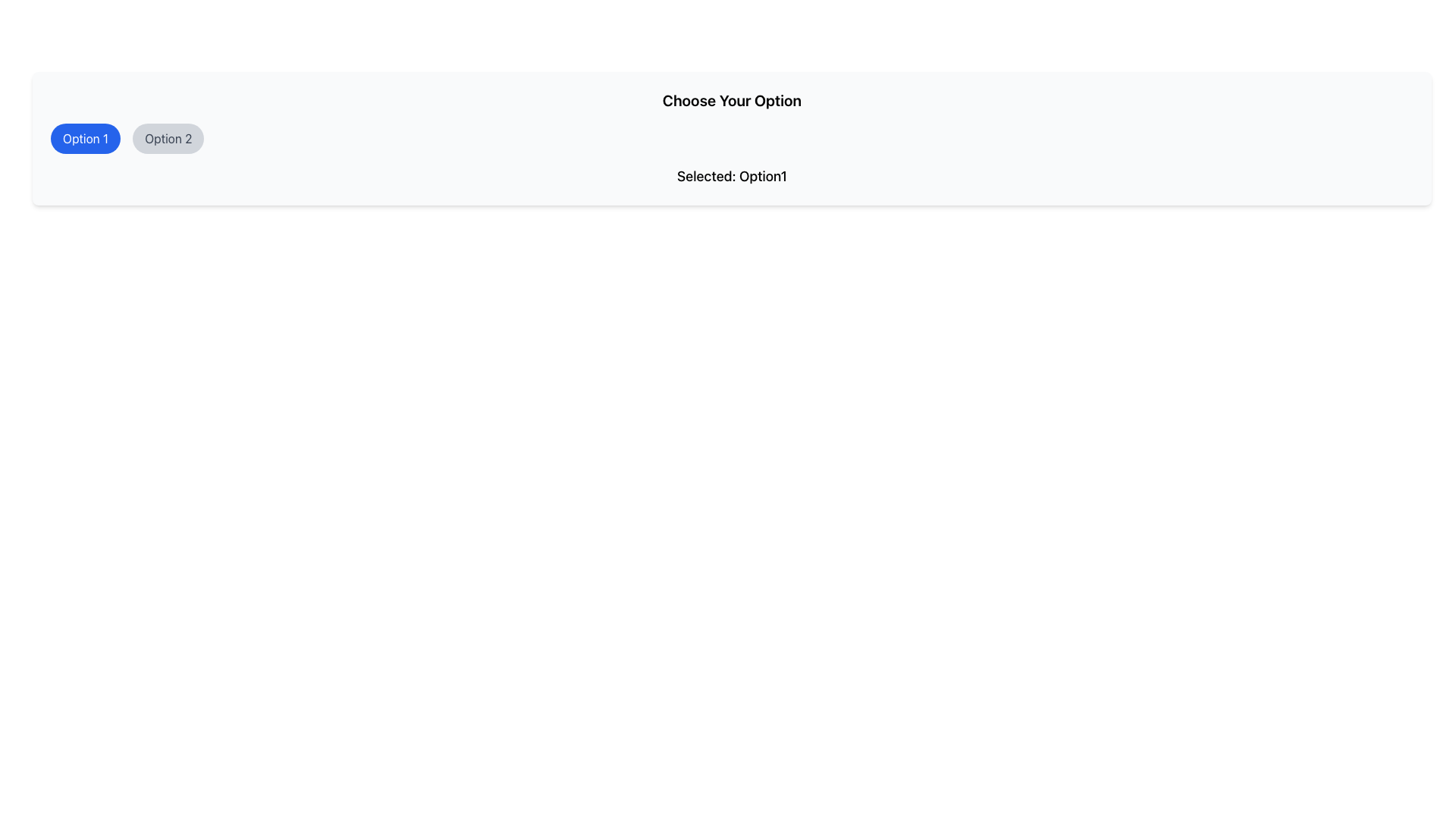 This screenshot has width=1456, height=819. What do you see at coordinates (732, 175) in the screenshot?
I see `the Text Label that displays the currently selected option, which shows 'Selected: Option1' and is located below the buttons in the selection interface` at bounding box center [732, 175].